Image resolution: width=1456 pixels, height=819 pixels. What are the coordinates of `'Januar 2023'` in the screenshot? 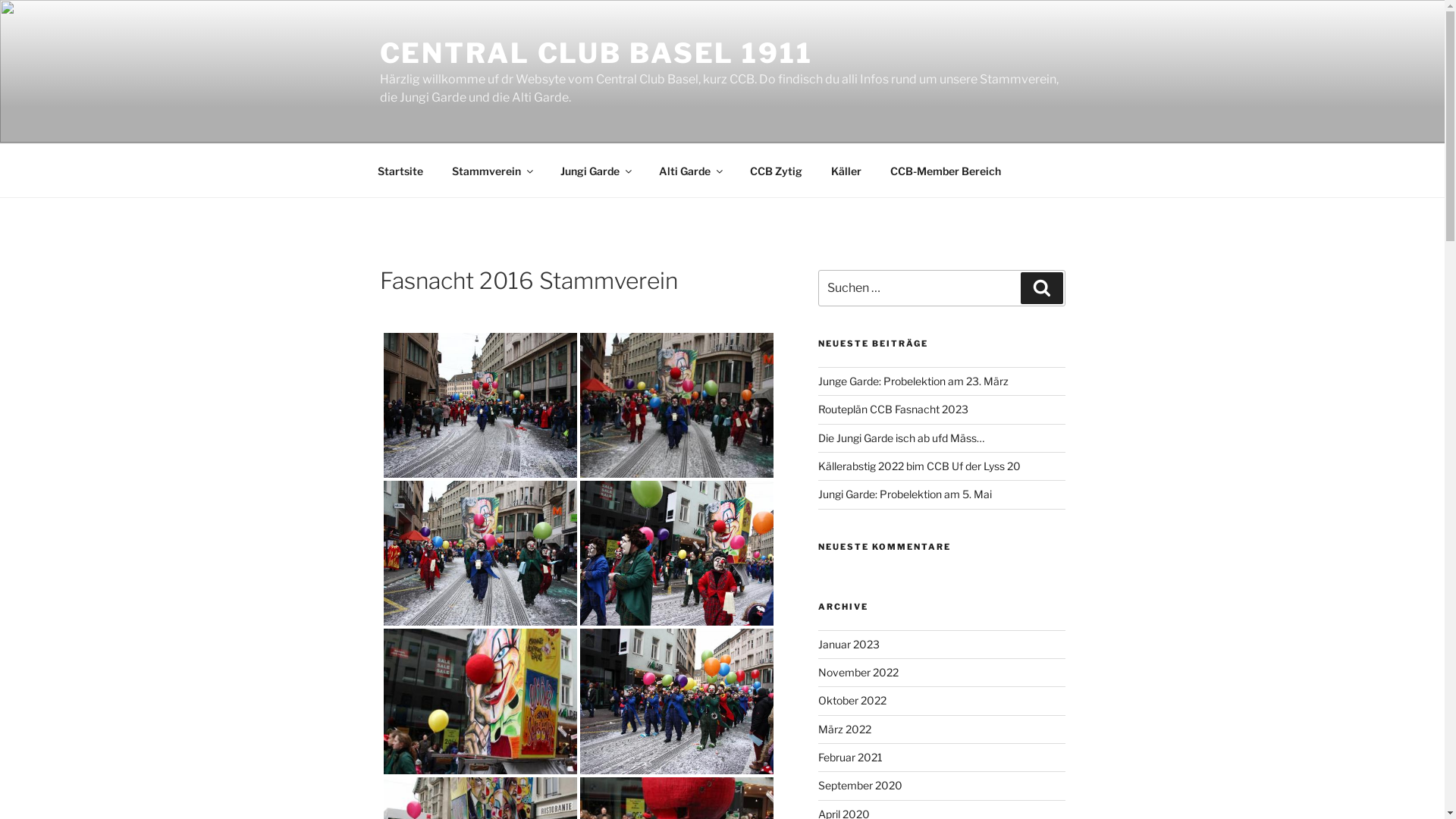 It's located at (848, 643).